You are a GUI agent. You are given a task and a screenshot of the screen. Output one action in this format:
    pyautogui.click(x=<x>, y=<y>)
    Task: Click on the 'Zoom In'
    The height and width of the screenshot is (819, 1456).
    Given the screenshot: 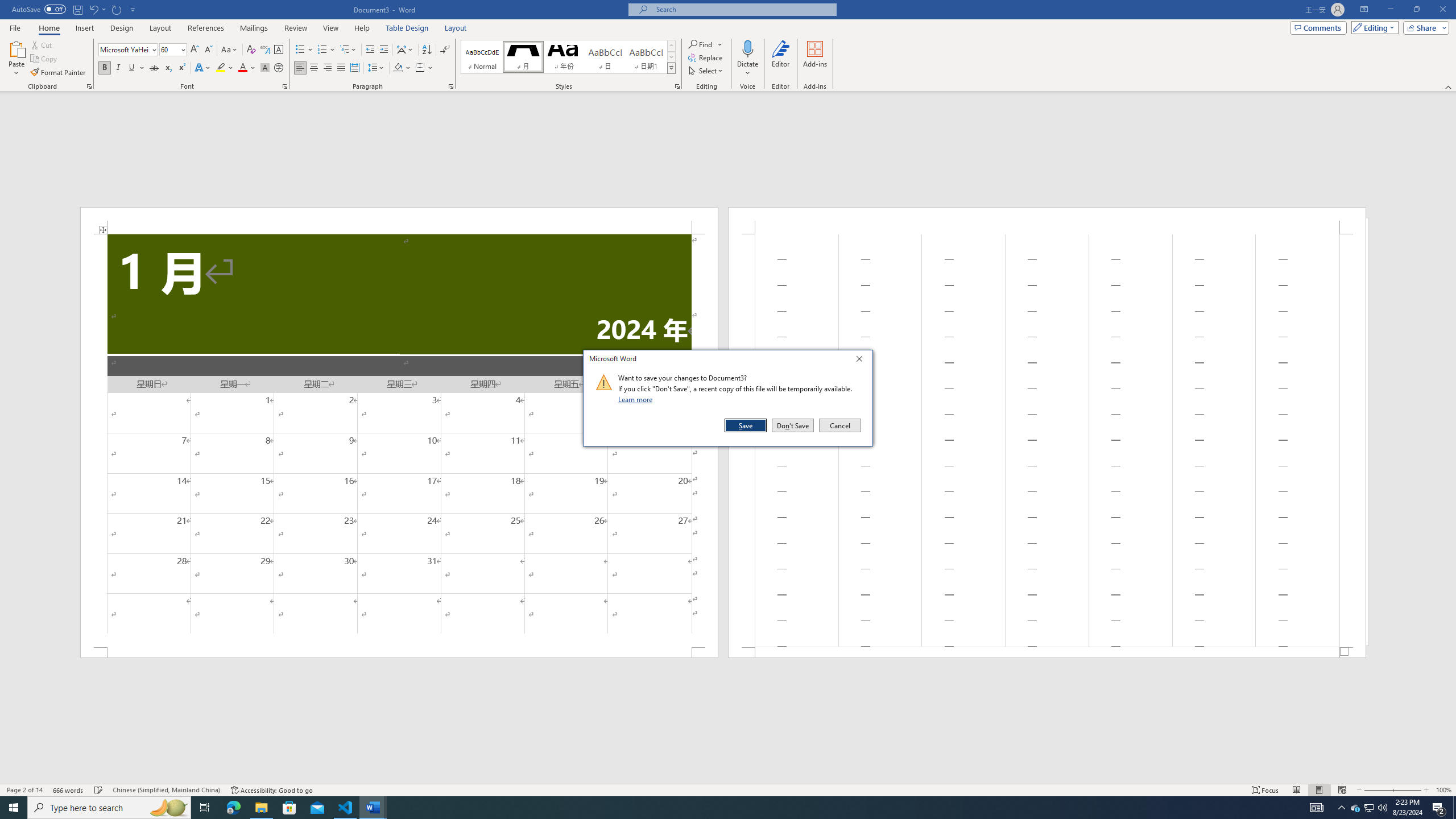 What is the action you would take?
    pyautogui.click(x=1407, y=790)
    